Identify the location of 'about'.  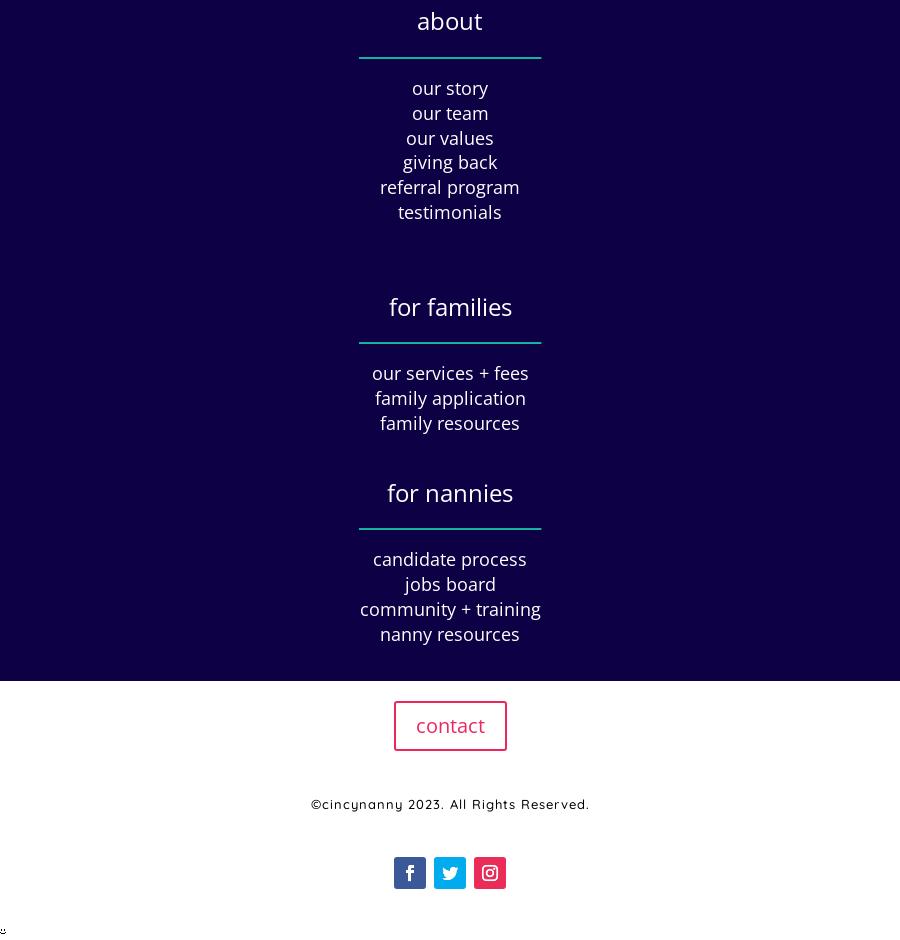
(450, 20).